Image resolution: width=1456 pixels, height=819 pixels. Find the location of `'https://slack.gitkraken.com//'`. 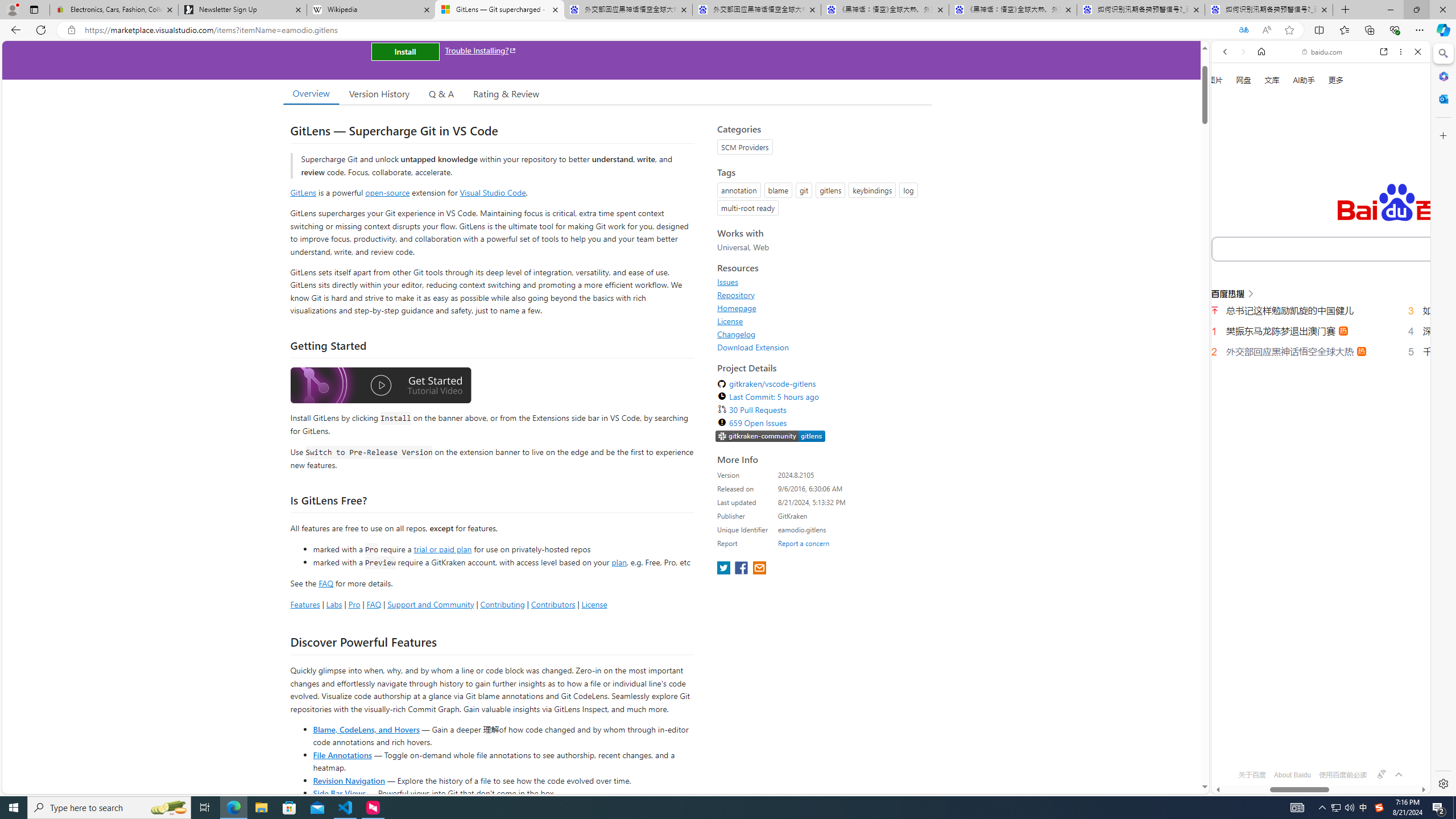

'https://slack.gitkraken.com//' is located at coordinates (770, 436).